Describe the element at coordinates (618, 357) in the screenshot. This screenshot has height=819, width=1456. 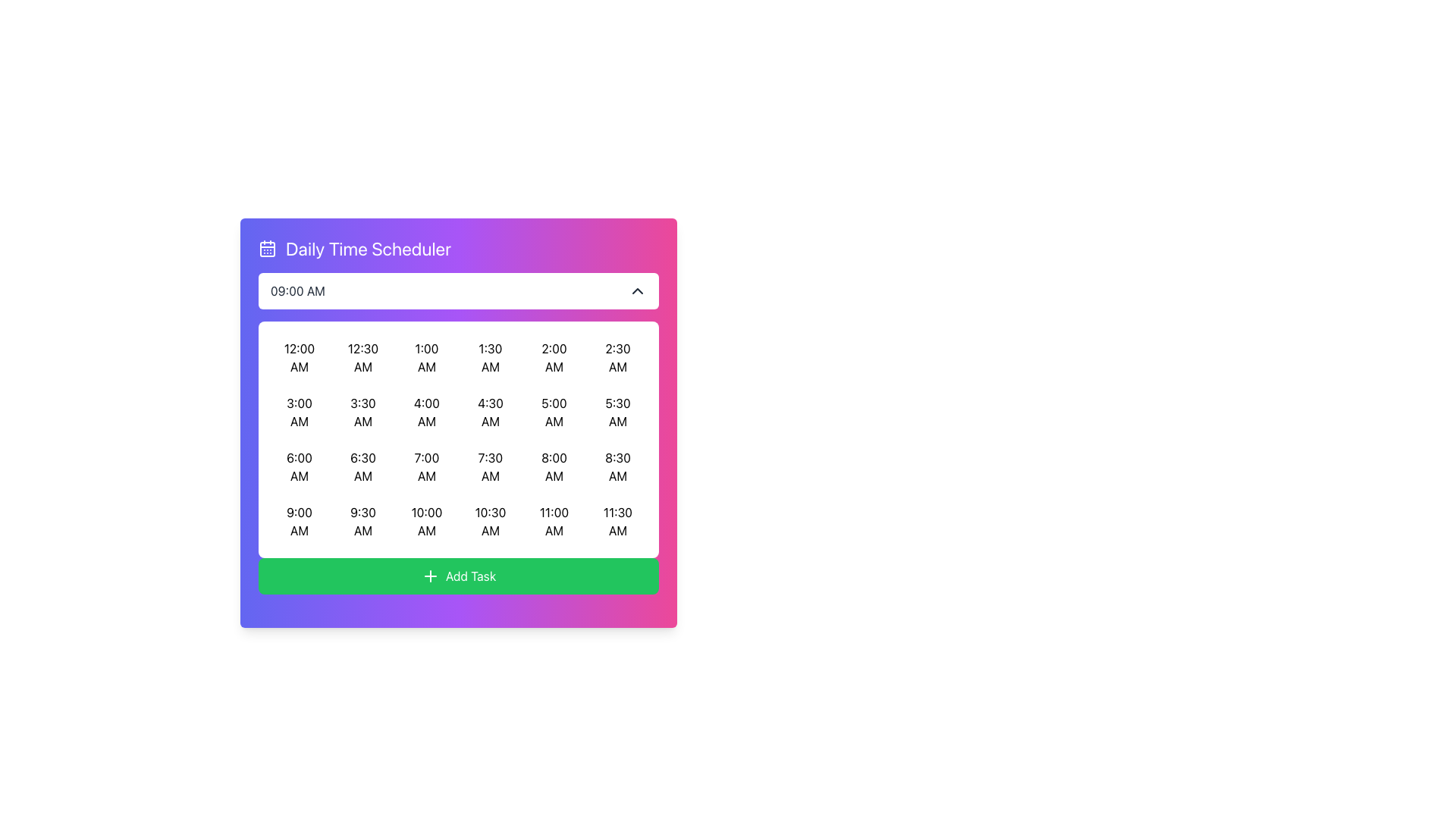
I see `the time slot button for '2:30 AM' in the scheduling interface to visualize the hover effect` at that location.